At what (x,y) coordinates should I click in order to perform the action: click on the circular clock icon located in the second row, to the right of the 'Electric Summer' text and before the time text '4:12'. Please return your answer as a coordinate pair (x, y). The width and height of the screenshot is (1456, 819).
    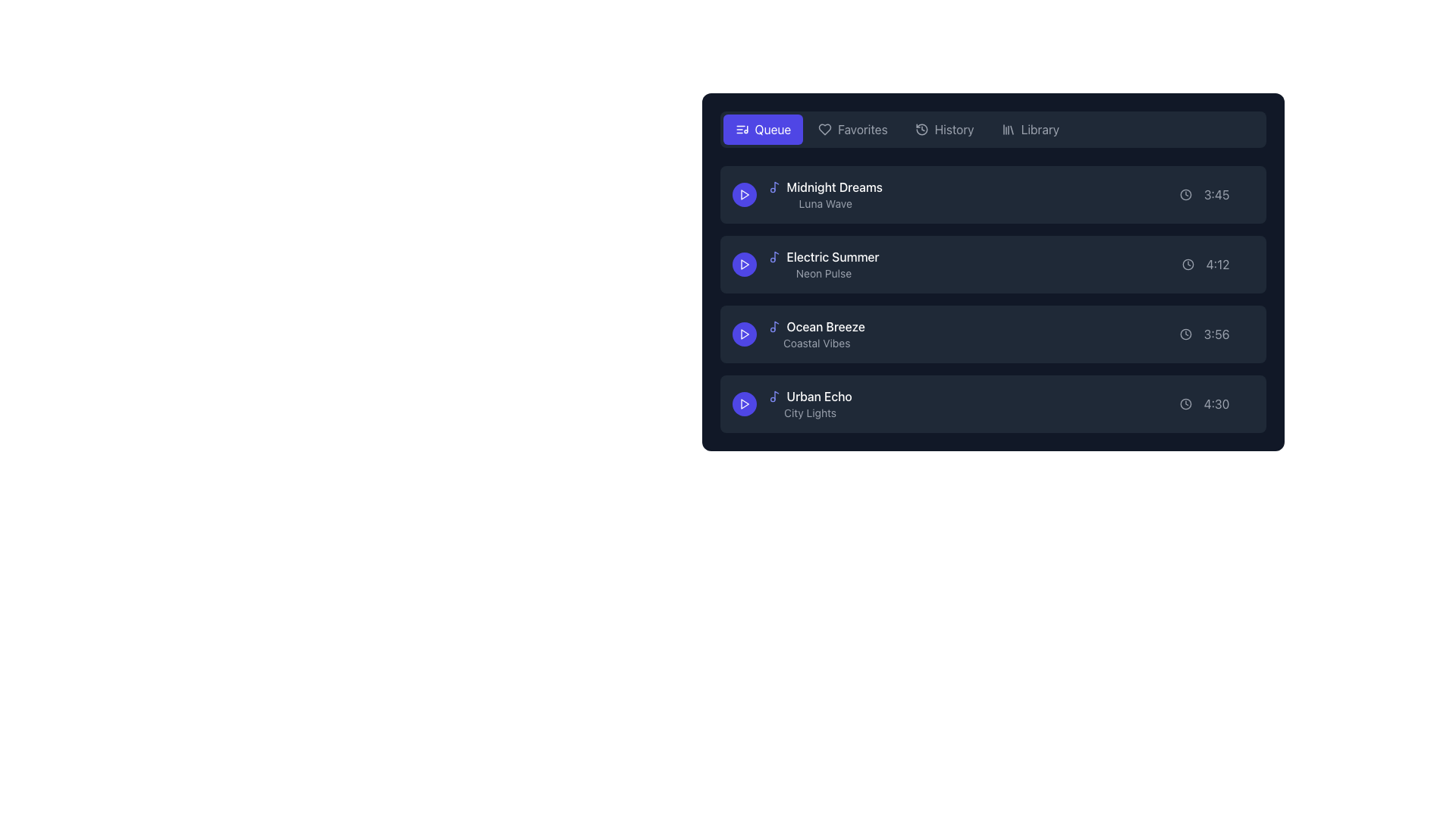
    Looking at the image, I should click on (1187, 263).